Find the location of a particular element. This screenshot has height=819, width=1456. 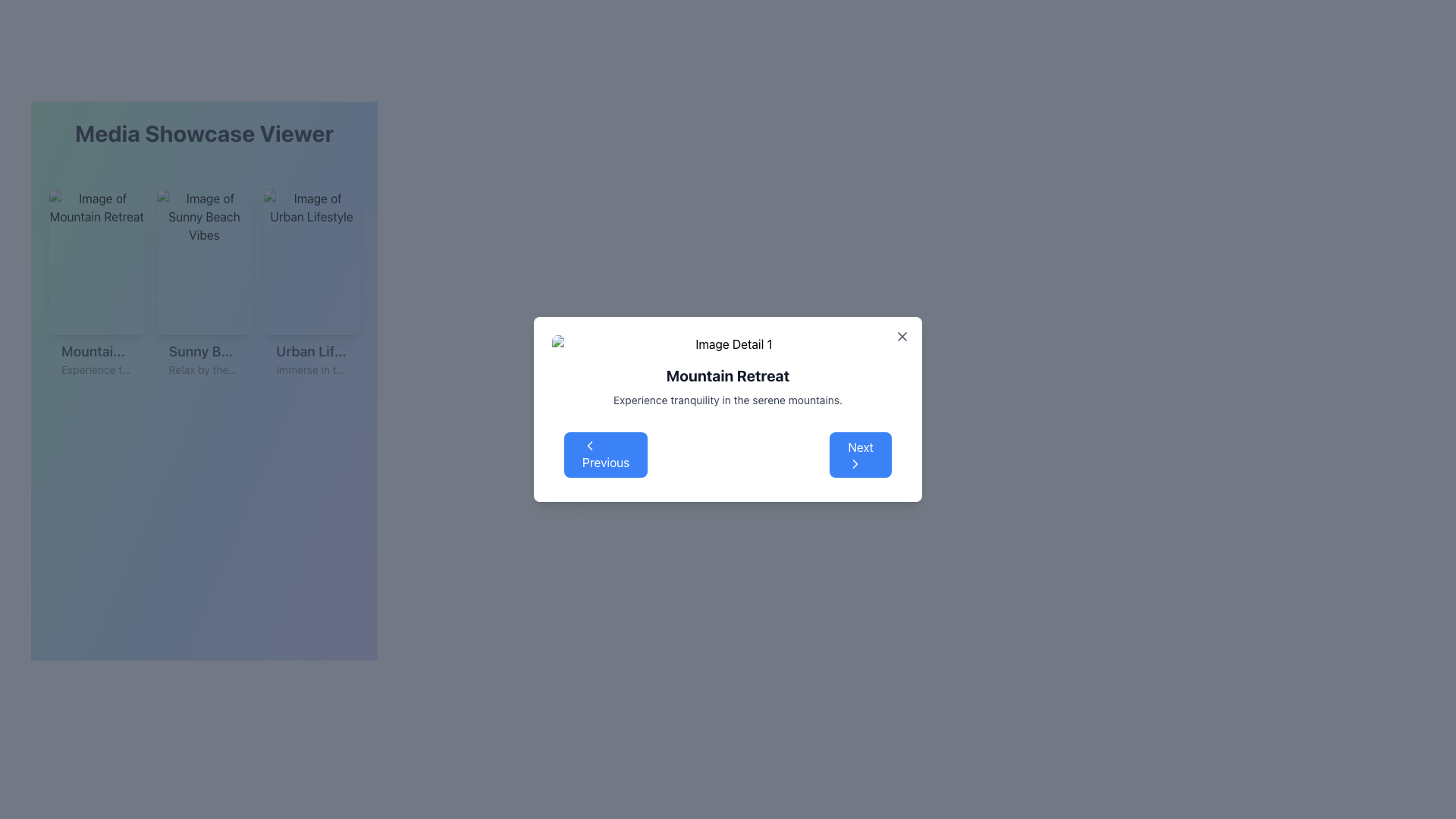

text content of the 'Urban Lifestyle' label located at the top section of the third card in a group of three cards, which is displayed in large, bold, gray font is located at coordinates (311, 351).